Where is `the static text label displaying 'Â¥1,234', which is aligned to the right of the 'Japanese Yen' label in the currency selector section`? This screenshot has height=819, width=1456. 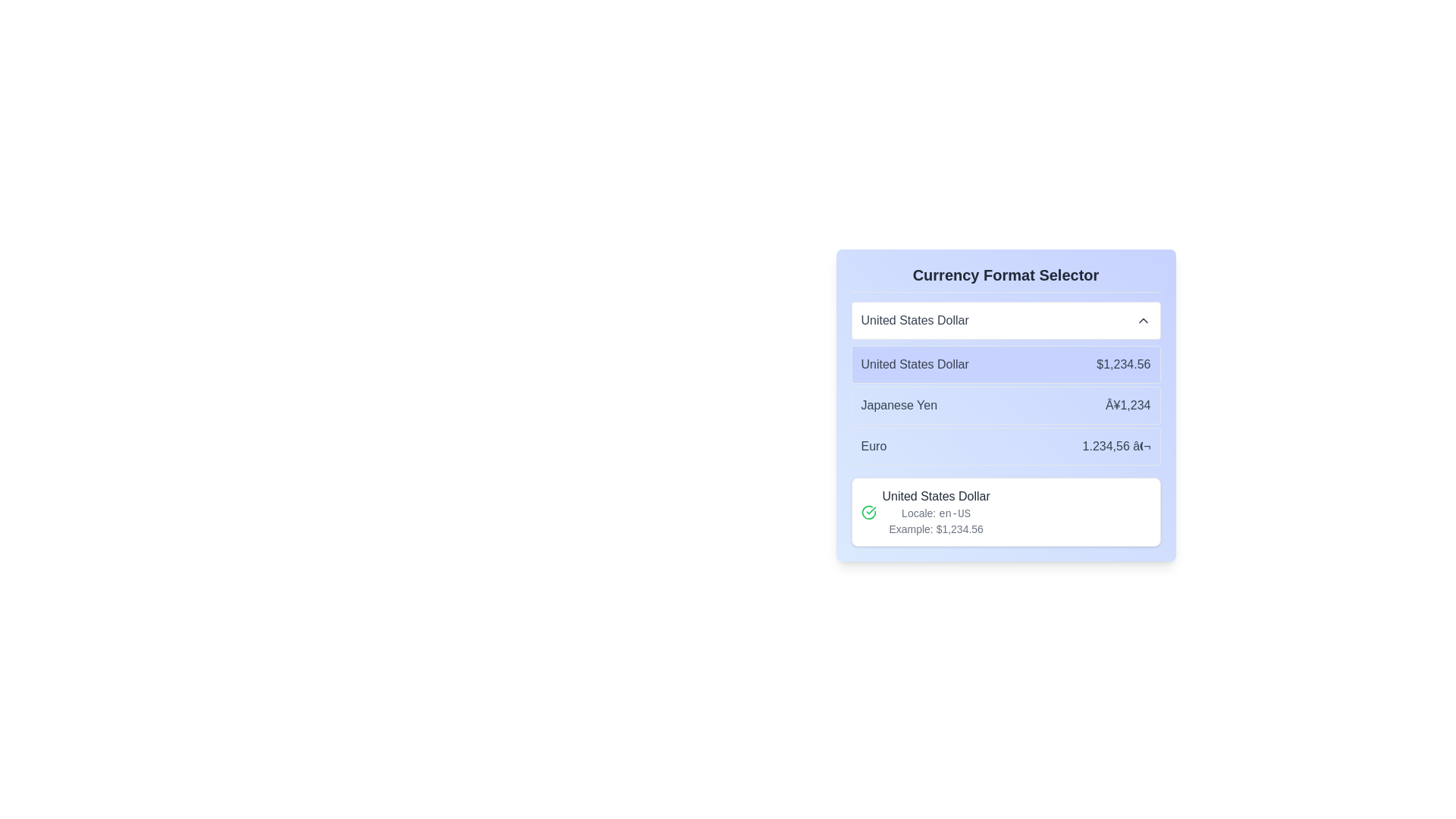 the static text label displaying 'Â¥1,234', which is aligned to the right of the 'Japanese Yen' label in the currency selector section is located at coordinates (1128, 405).